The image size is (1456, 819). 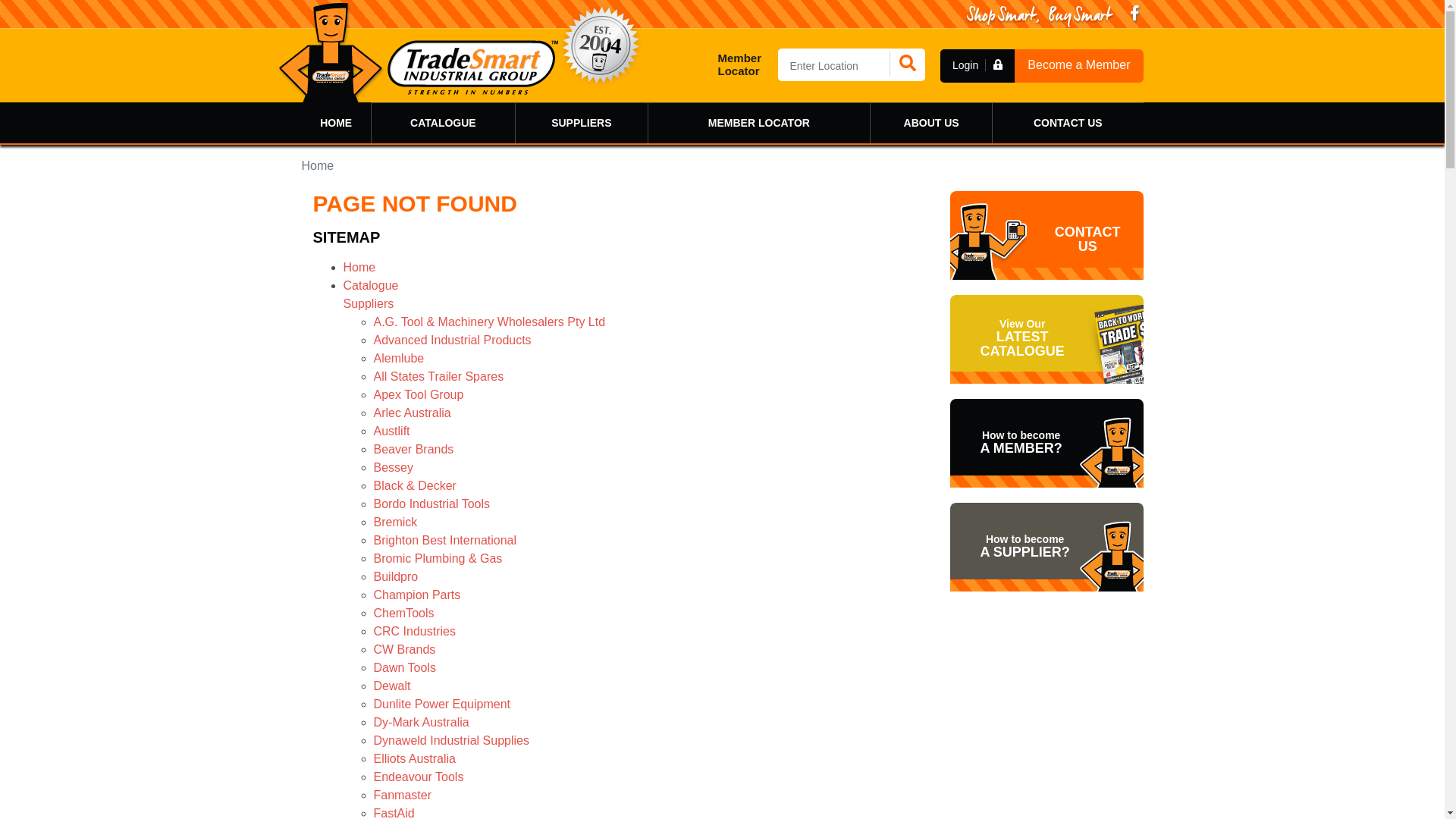 What do you see at coordinates (372, 686) in the screenshot?
I see `'Dewalt'` at bounding box center [372, 686].